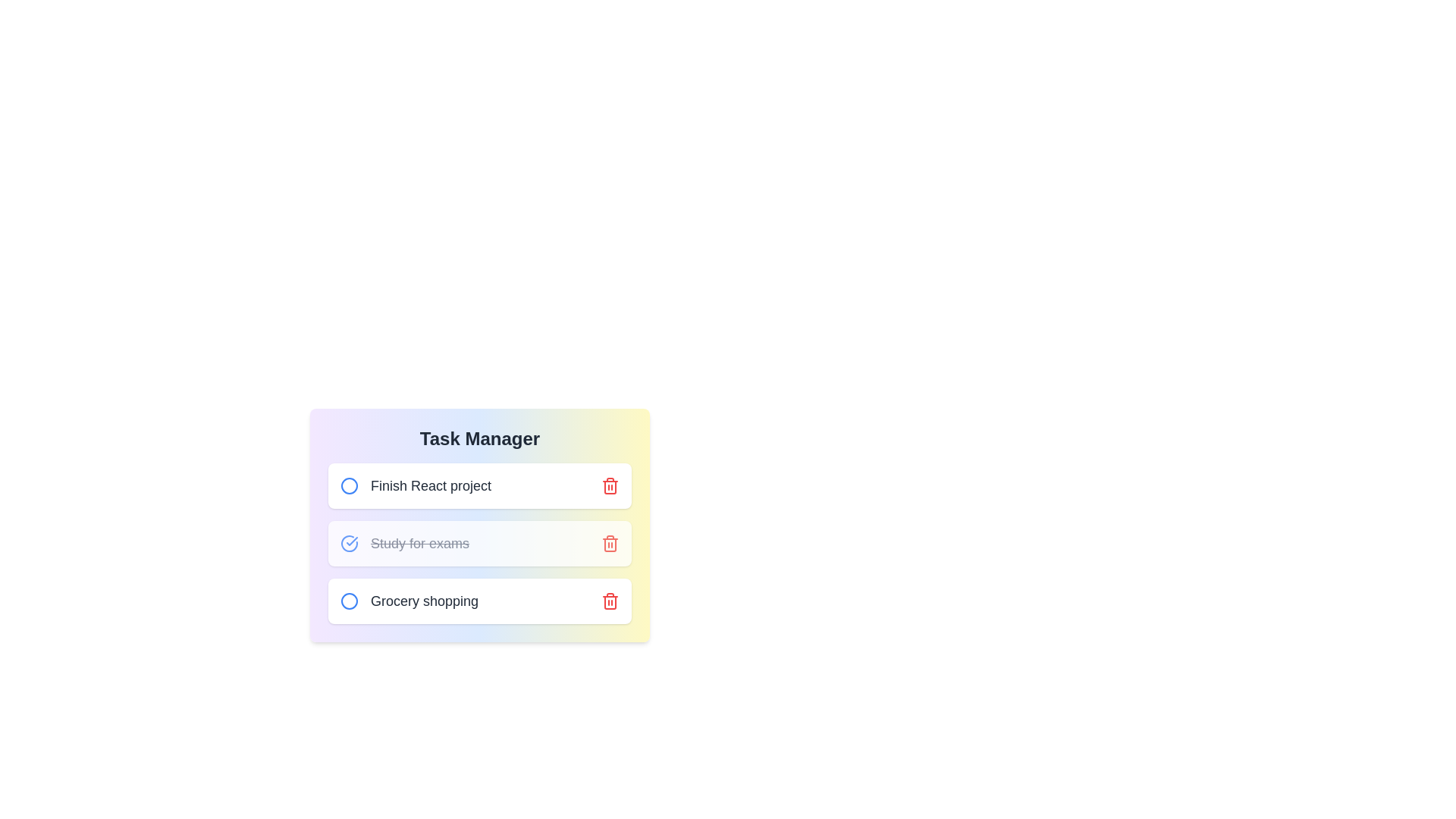 The width and height of the screenshot is (1456, 819). I want to click on the delete icon to remove the task Finish React project, so click(610, 485).